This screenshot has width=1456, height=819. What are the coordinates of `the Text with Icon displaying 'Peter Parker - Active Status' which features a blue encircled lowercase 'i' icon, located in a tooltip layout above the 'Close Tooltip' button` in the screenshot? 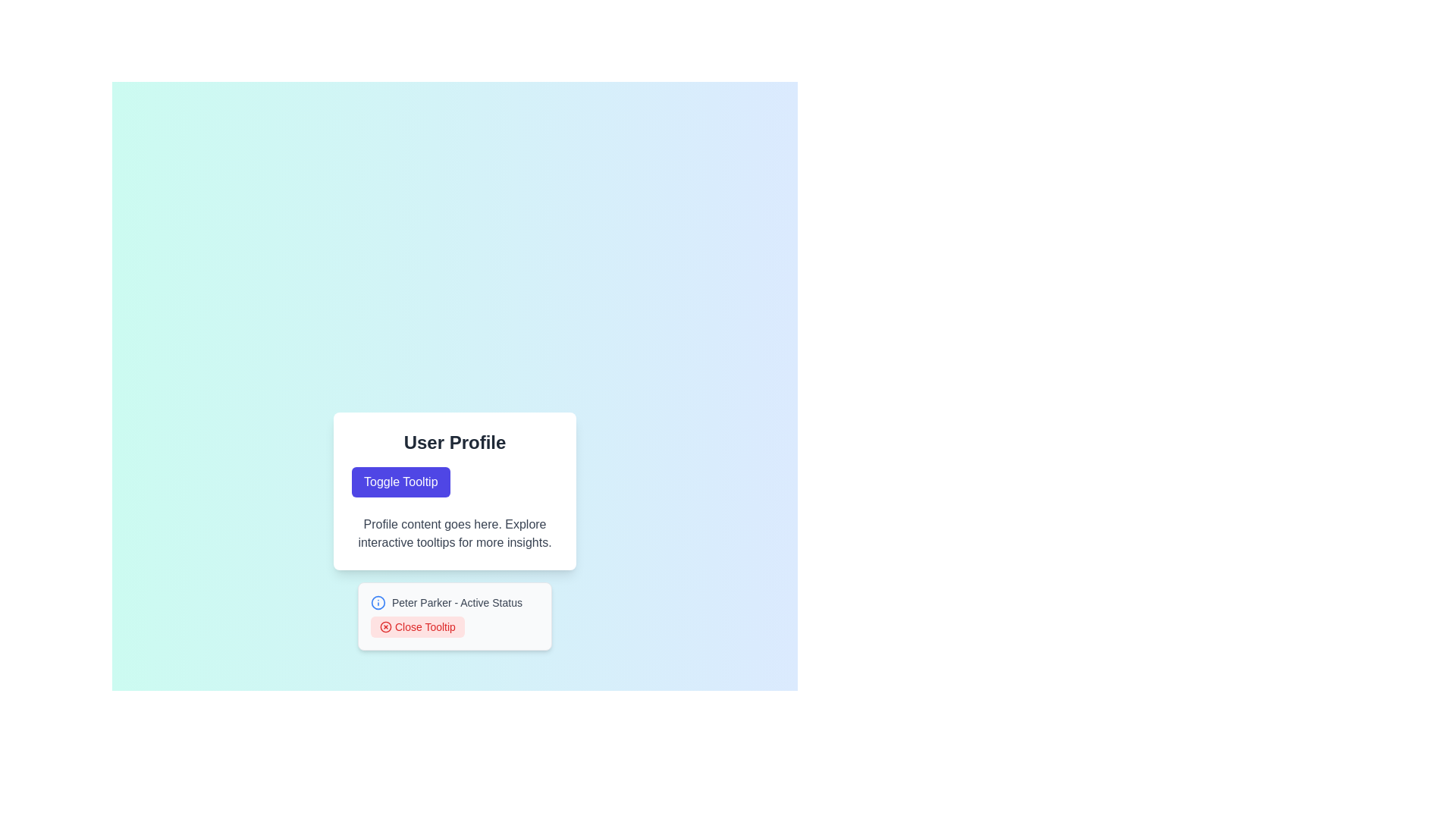 It's located at (454, 601).